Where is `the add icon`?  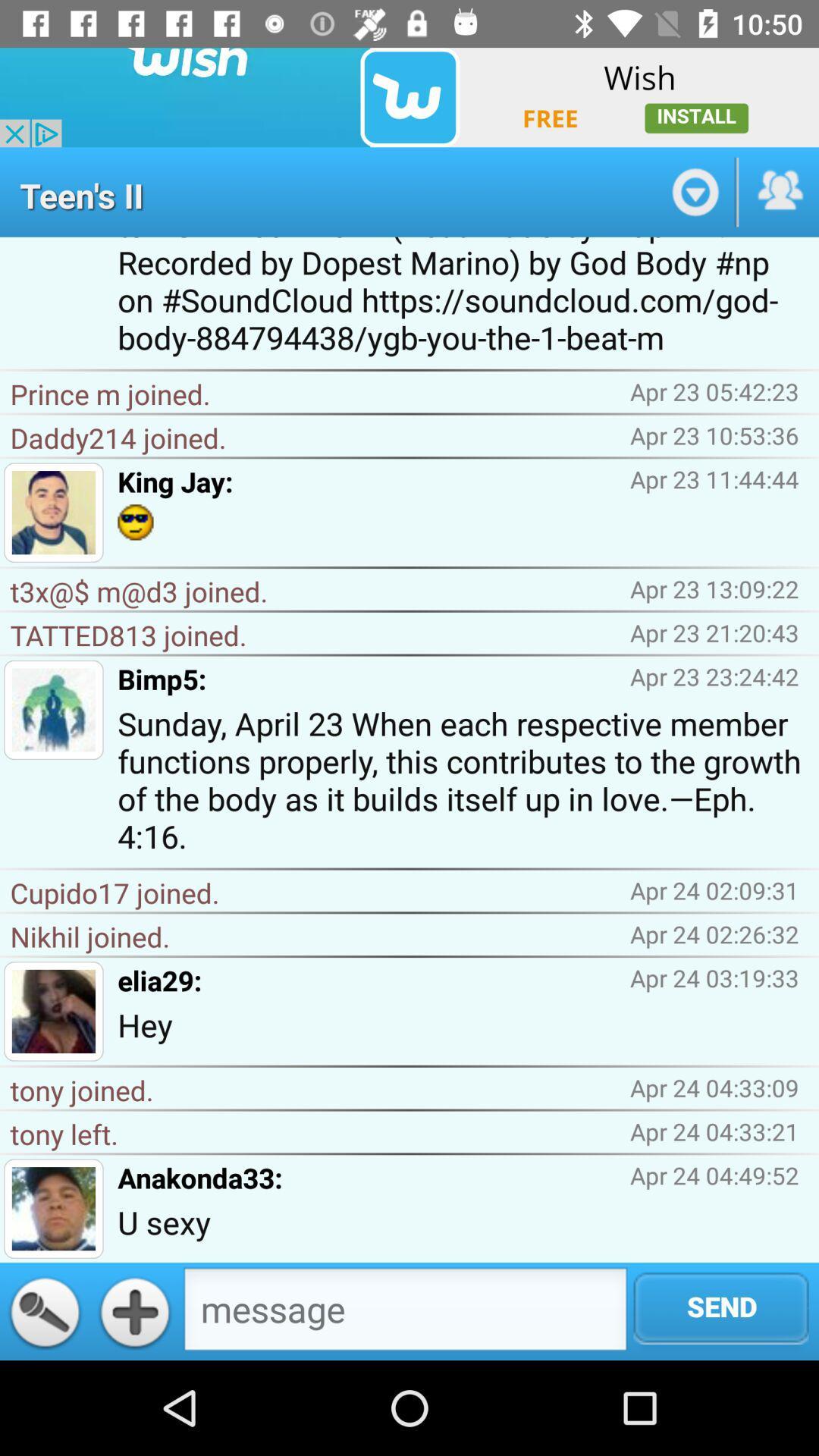
the add icon is located at coordinates (133, 1310).